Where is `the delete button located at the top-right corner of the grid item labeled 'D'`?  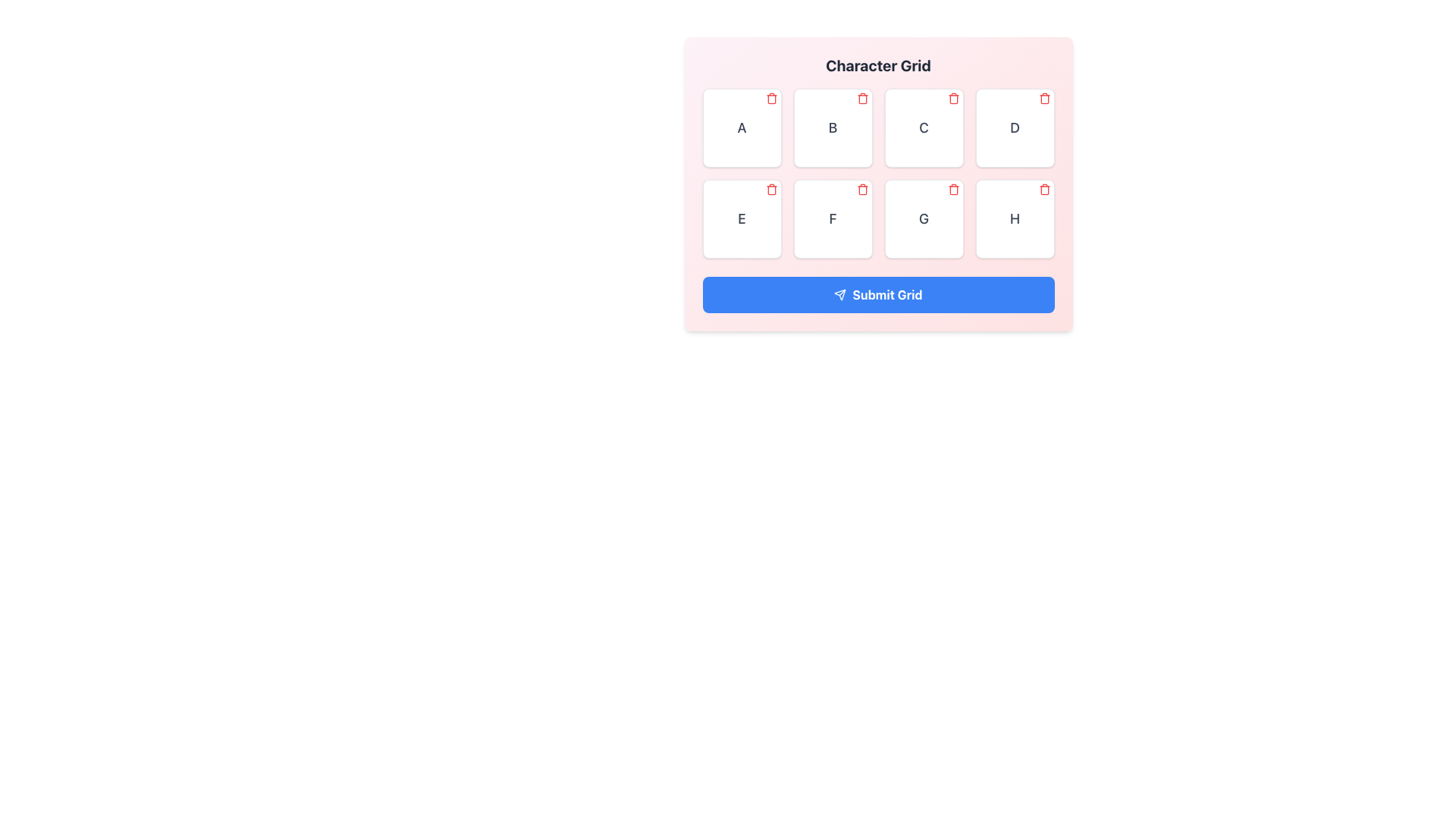 the delete button located at the top-right corner of the grid item labeled 'D' is located at coordinates (1043, 99).